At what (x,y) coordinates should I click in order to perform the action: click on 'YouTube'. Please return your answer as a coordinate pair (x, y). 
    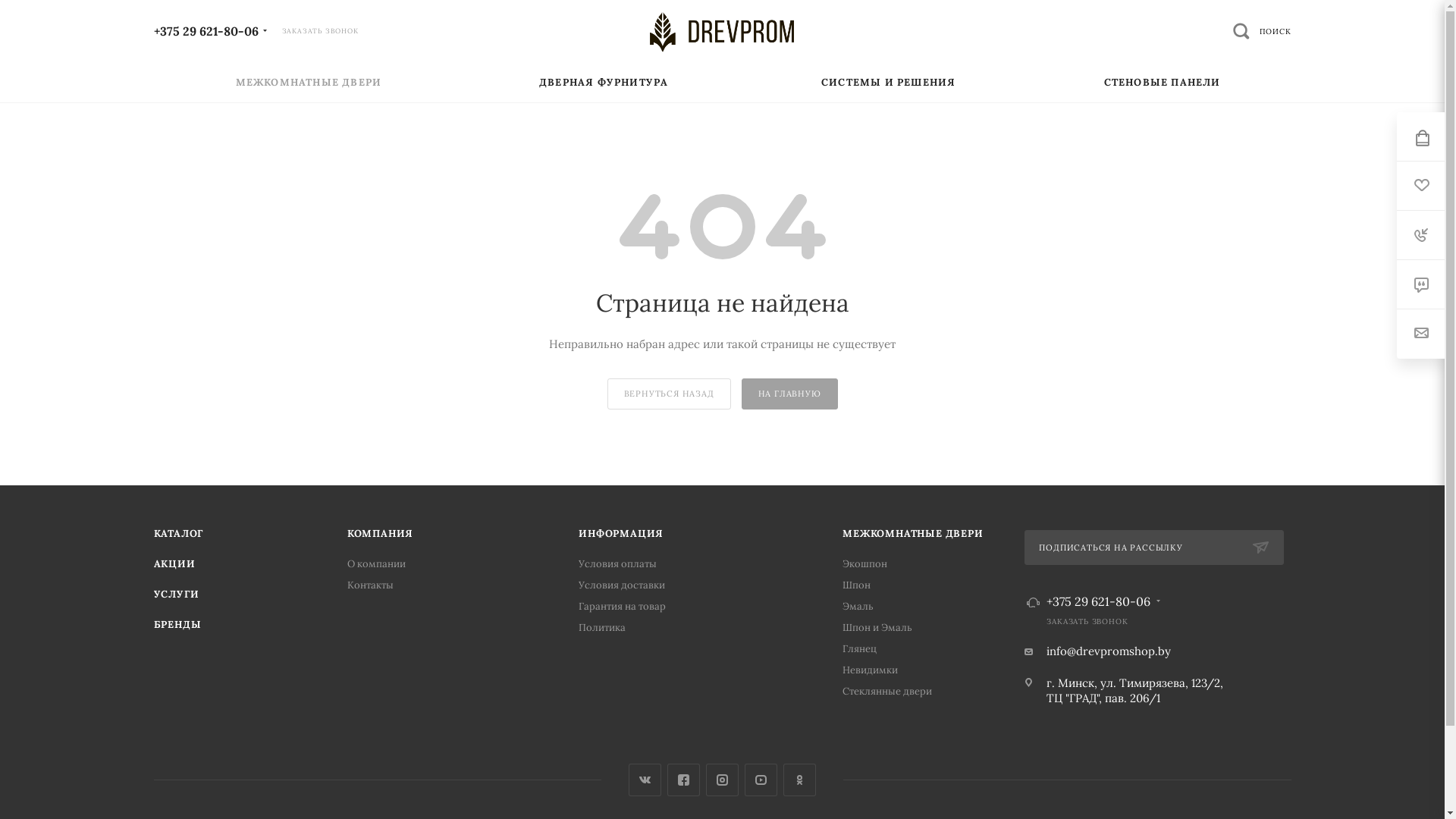
    Looking at the image, I should click on (761, 780).